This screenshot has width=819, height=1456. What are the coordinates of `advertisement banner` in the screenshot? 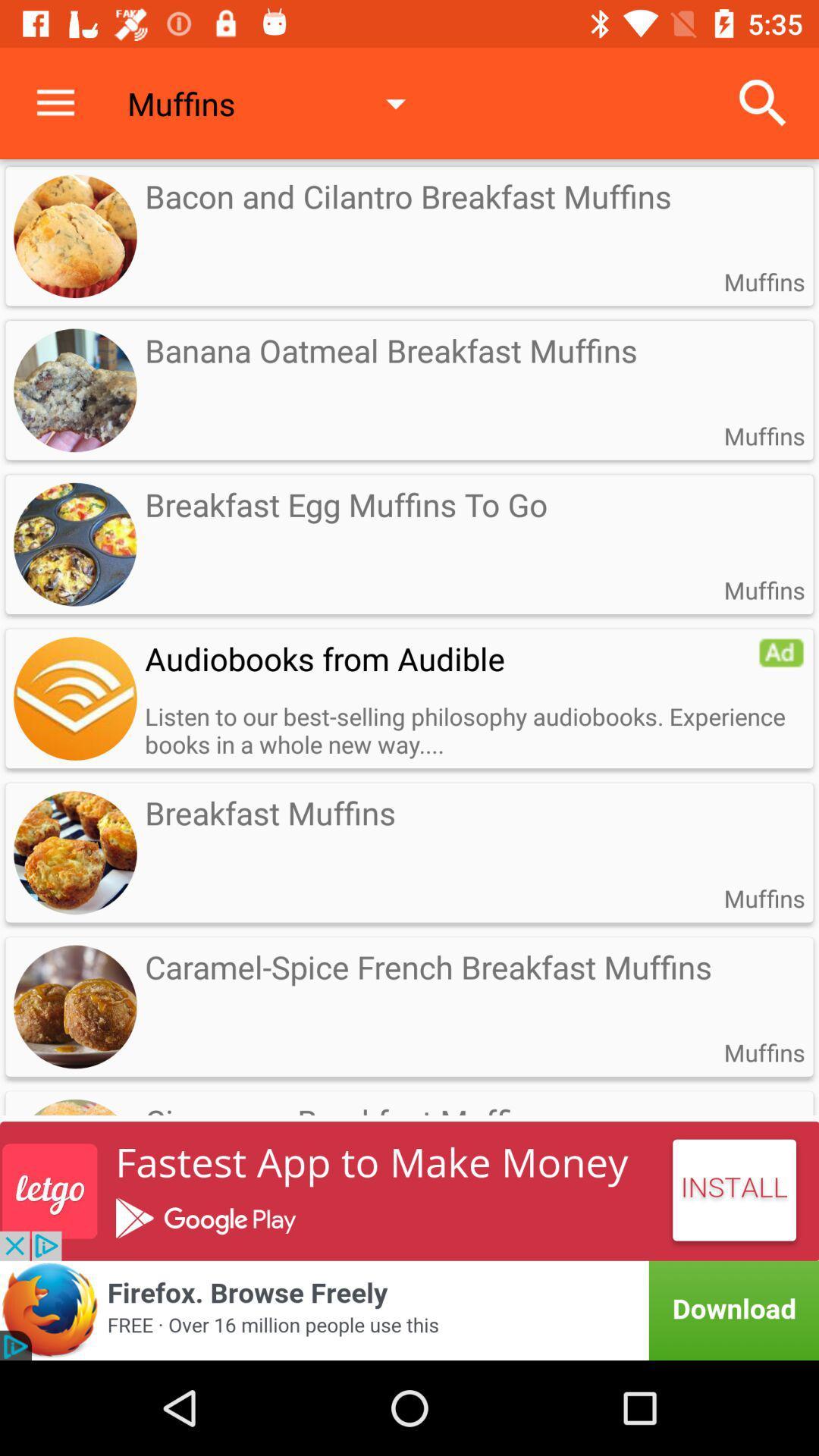 It's located at (409, 1310).